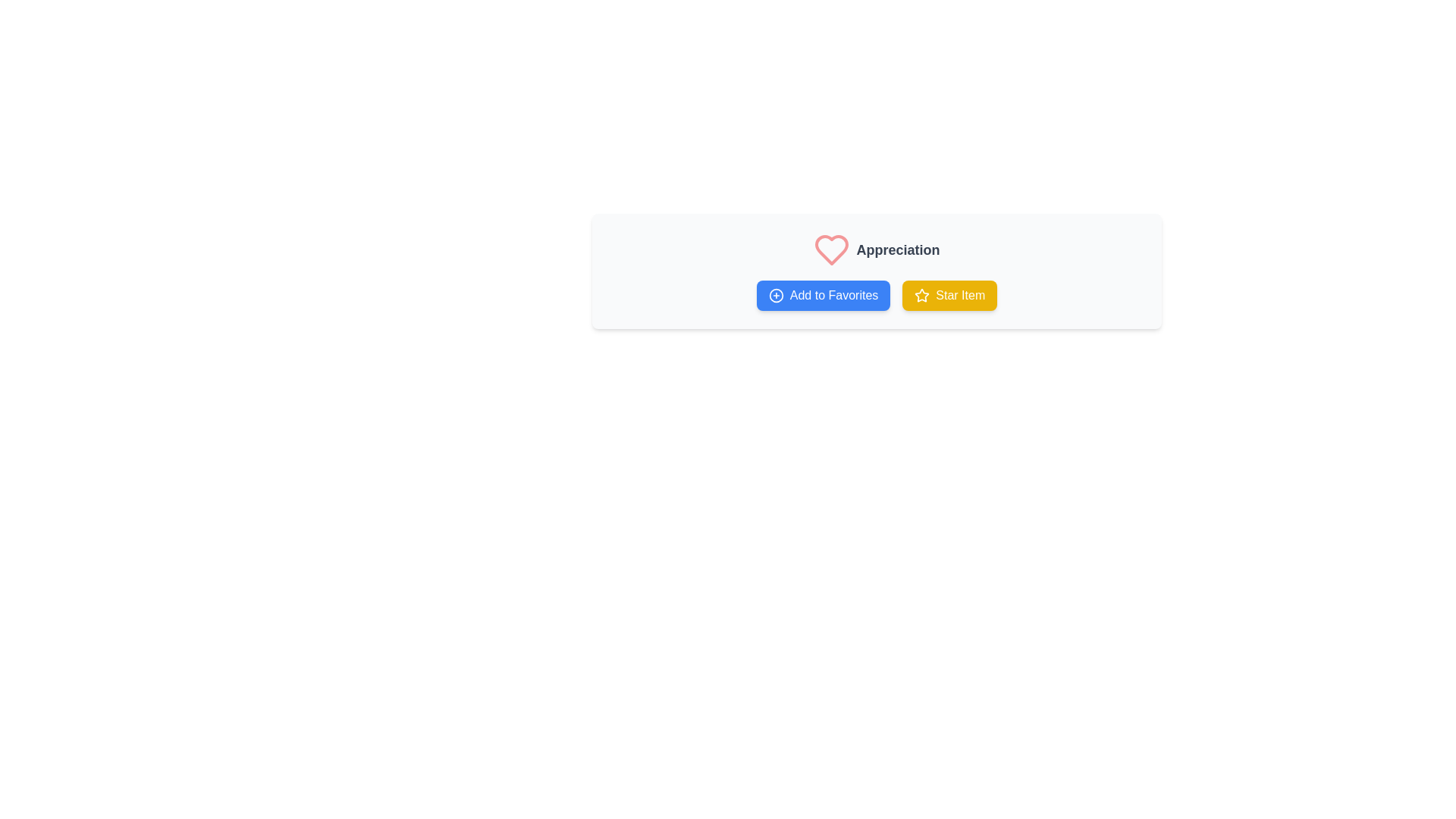 The image size is (1456, 819). Describe the element at coordinates (921, 295) in the screenshot. I see `the star icon with a yellow background located inside the button labeled 'Star Item' at the right side of the component to identify its state` at that location.